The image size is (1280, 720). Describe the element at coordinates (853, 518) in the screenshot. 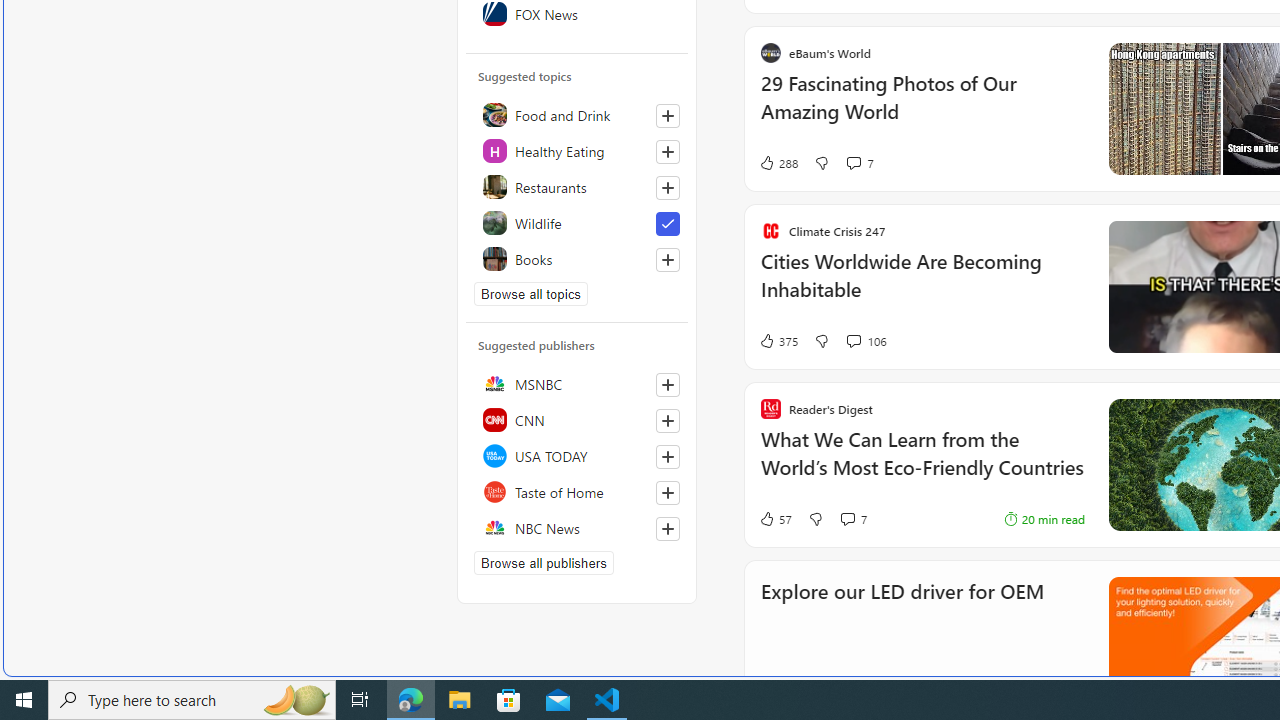

I see `'View comments 7 Comment'` at that location.